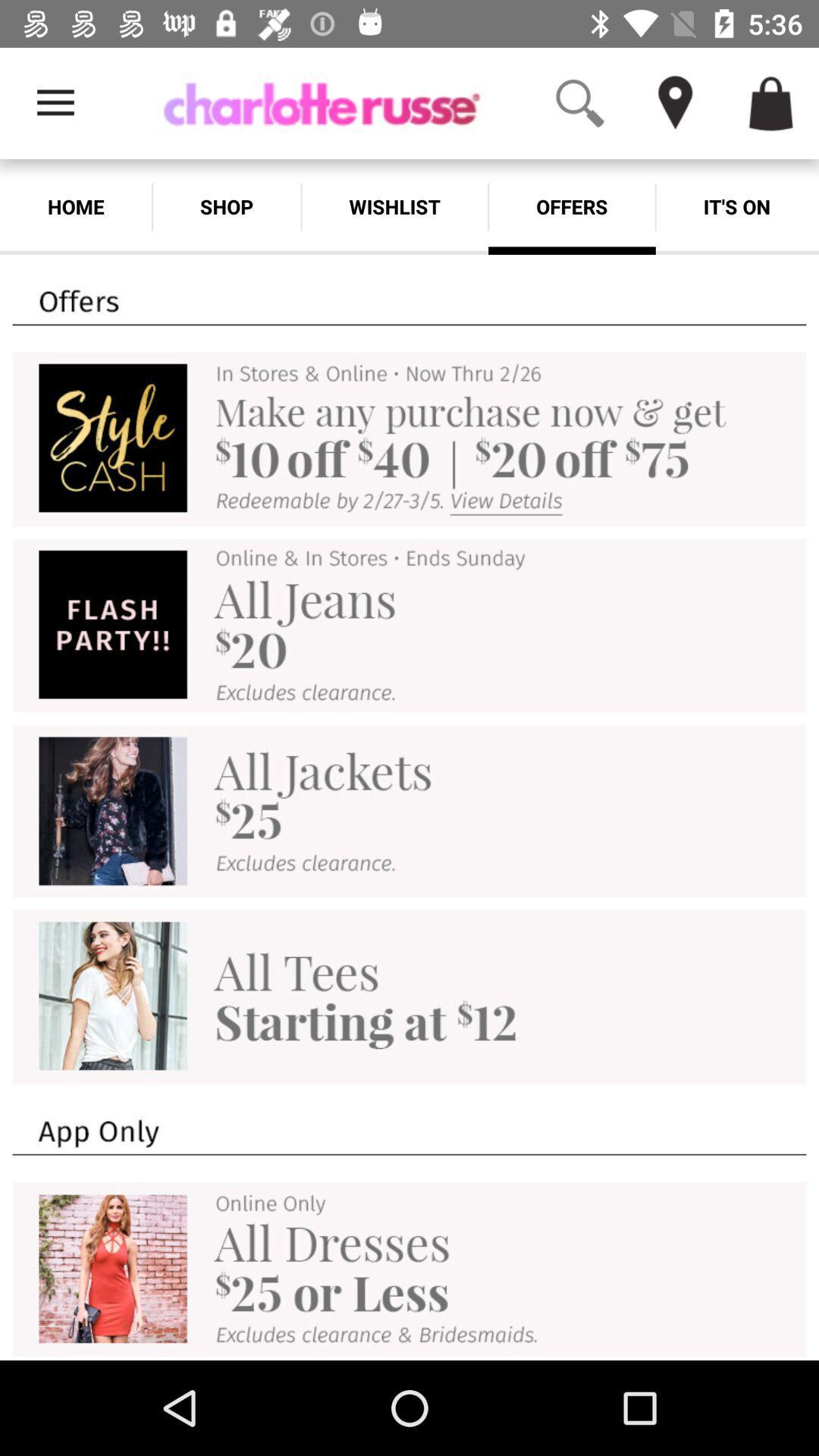 Image resolution: width=819 pixels, height=1456 pixels. Describe the element at coordinates (55, 102) in the screenshot. I see `item above the home item` at that location.